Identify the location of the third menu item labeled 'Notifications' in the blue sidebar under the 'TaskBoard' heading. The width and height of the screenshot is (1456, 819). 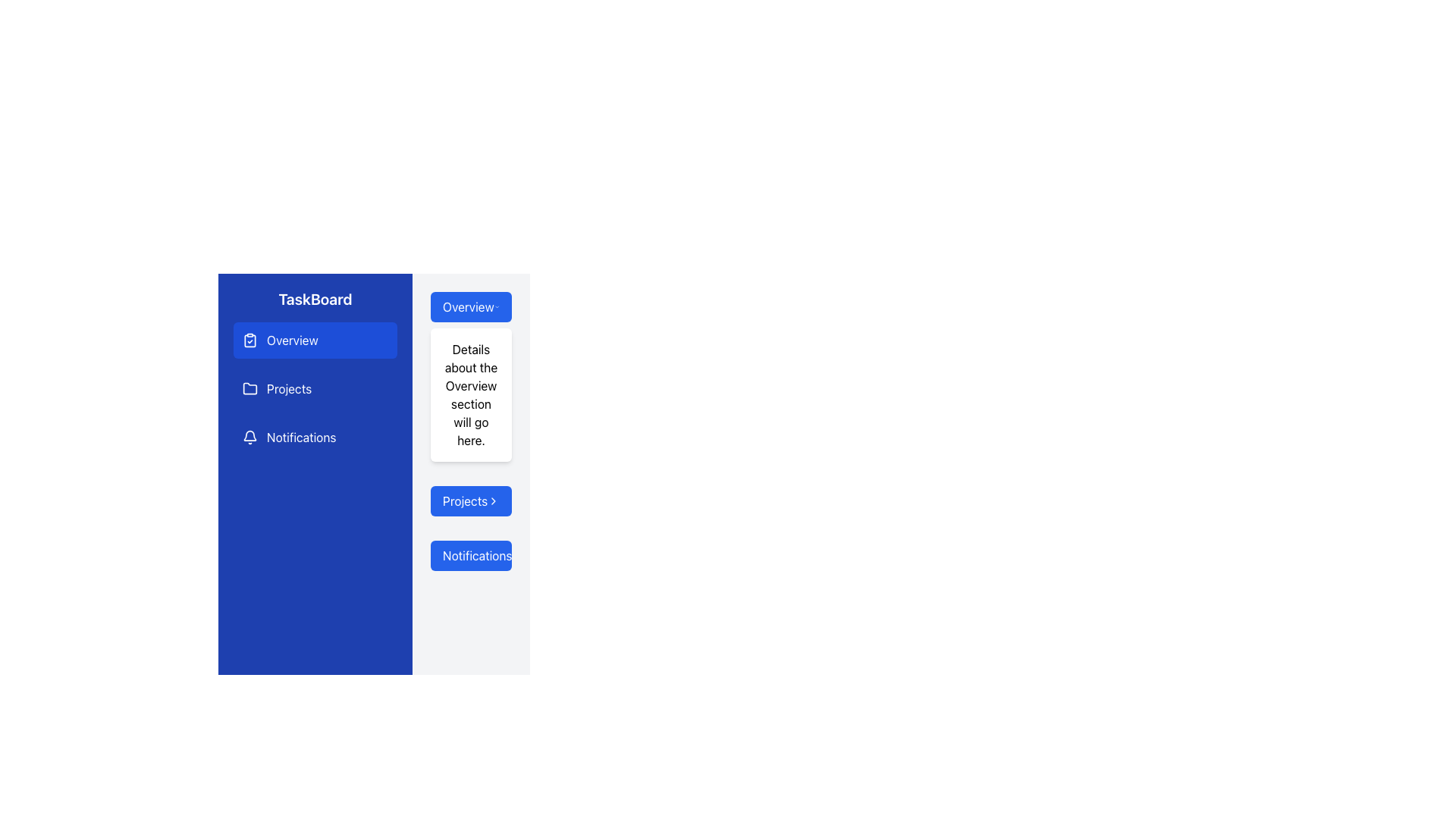
(315, 438).